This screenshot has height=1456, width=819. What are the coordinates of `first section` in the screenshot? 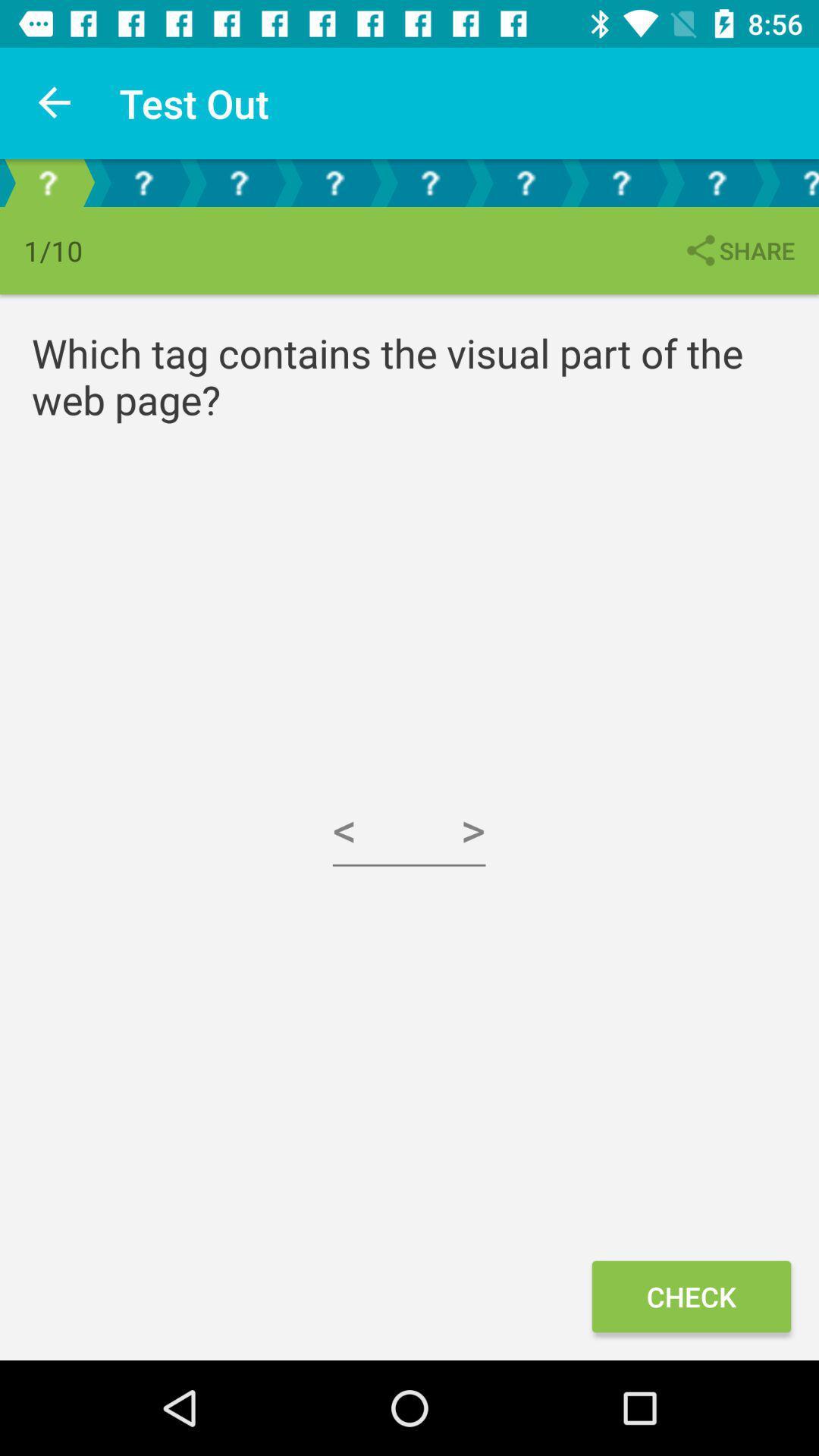 It's located at (46, 182).